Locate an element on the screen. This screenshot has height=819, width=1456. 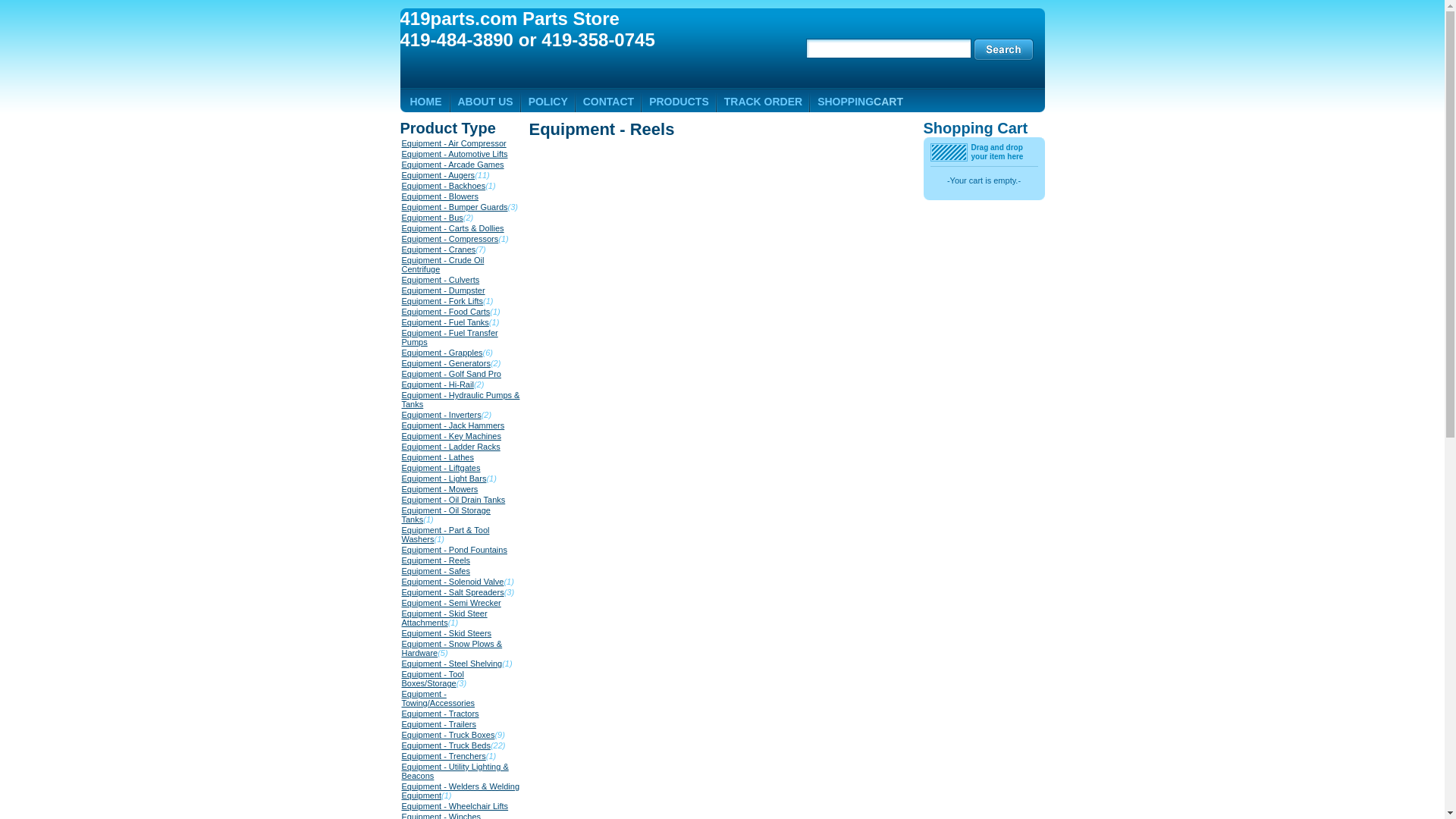
'Equipment - Salt Spreaders' is located at coordinates (452, 591).